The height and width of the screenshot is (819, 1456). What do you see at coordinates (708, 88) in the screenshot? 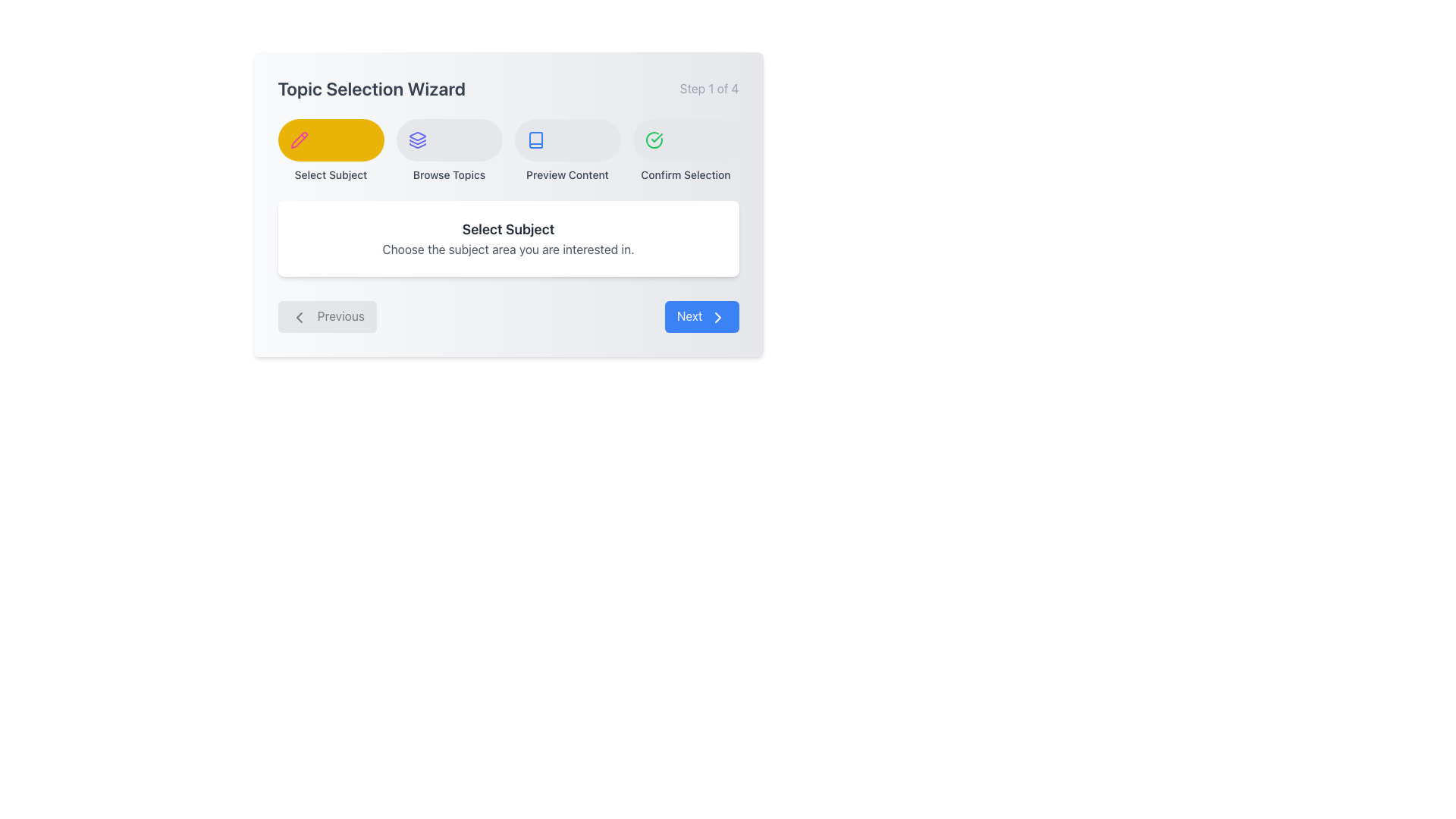
I see `the text element displaying 'Step 1 of 4' in light gray, located at the top-right corner of the wizard interface section` at bounding box center [708, 88].